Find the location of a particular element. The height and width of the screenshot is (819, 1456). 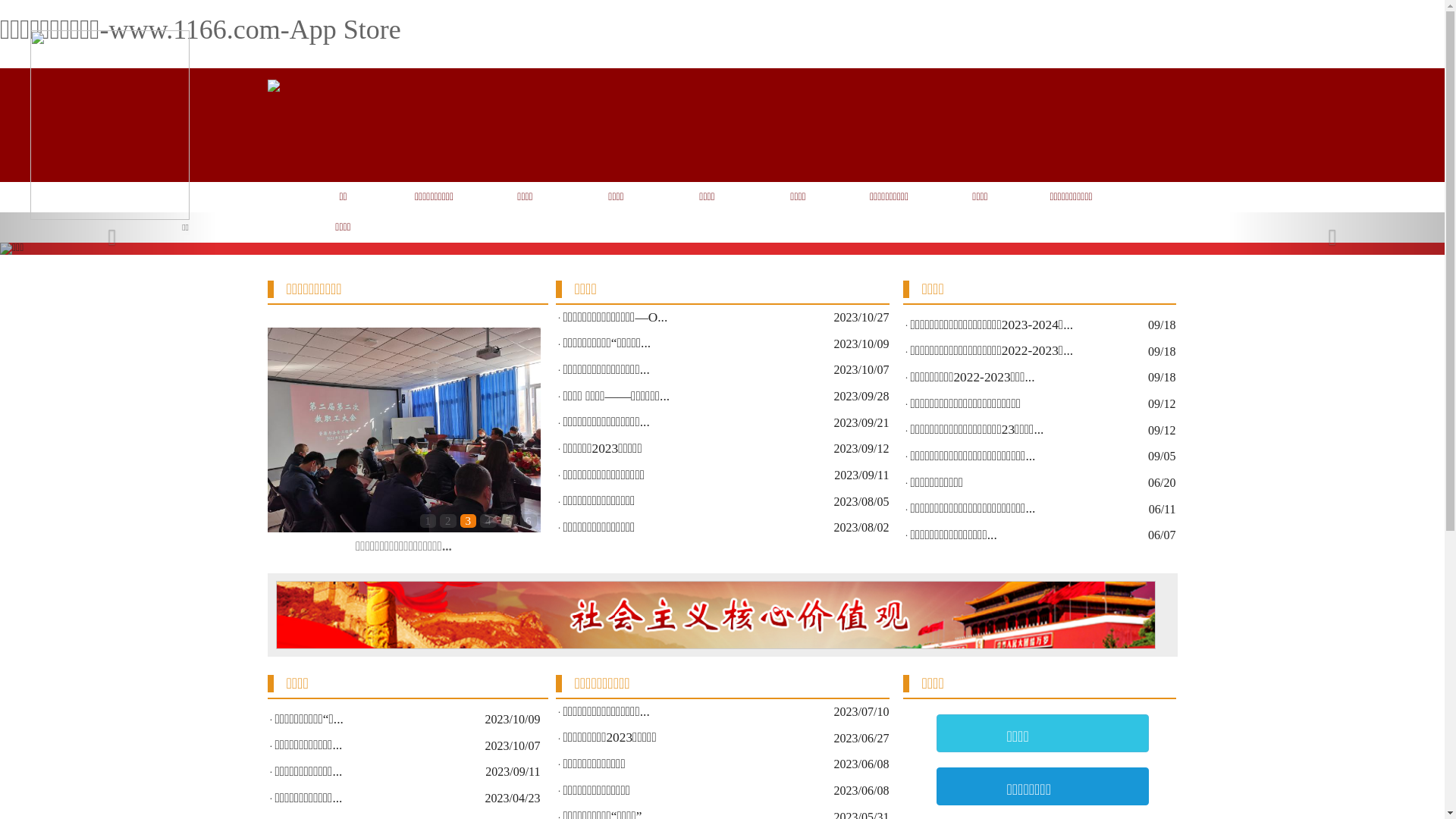

'<' is located at coordinates (281, 441).